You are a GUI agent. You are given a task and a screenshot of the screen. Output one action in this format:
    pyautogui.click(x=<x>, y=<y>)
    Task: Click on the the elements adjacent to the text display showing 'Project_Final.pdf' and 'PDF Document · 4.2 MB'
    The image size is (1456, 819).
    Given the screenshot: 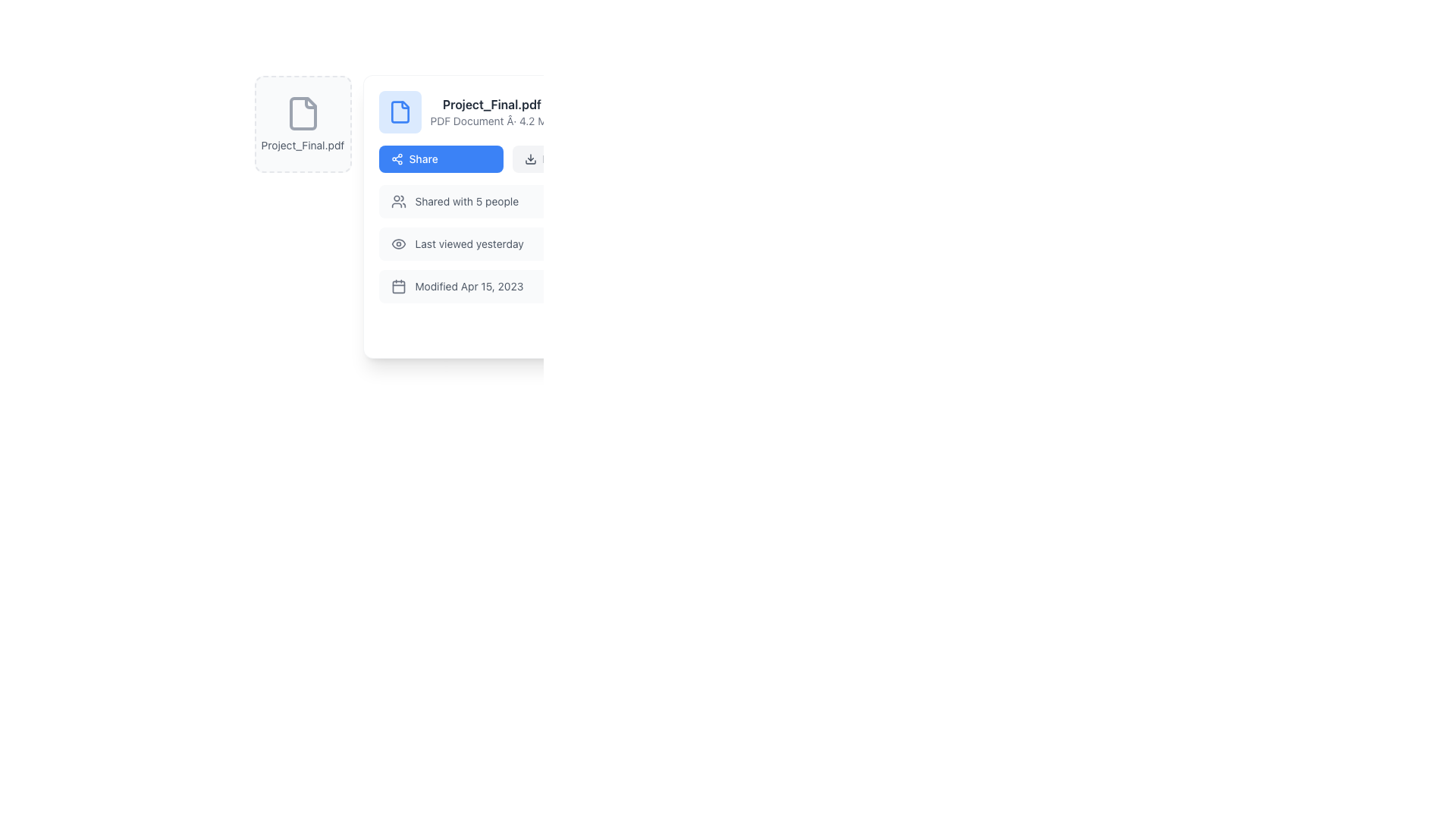 What is the action you would take?
    pyautogui.click(x=491, y=111)
    